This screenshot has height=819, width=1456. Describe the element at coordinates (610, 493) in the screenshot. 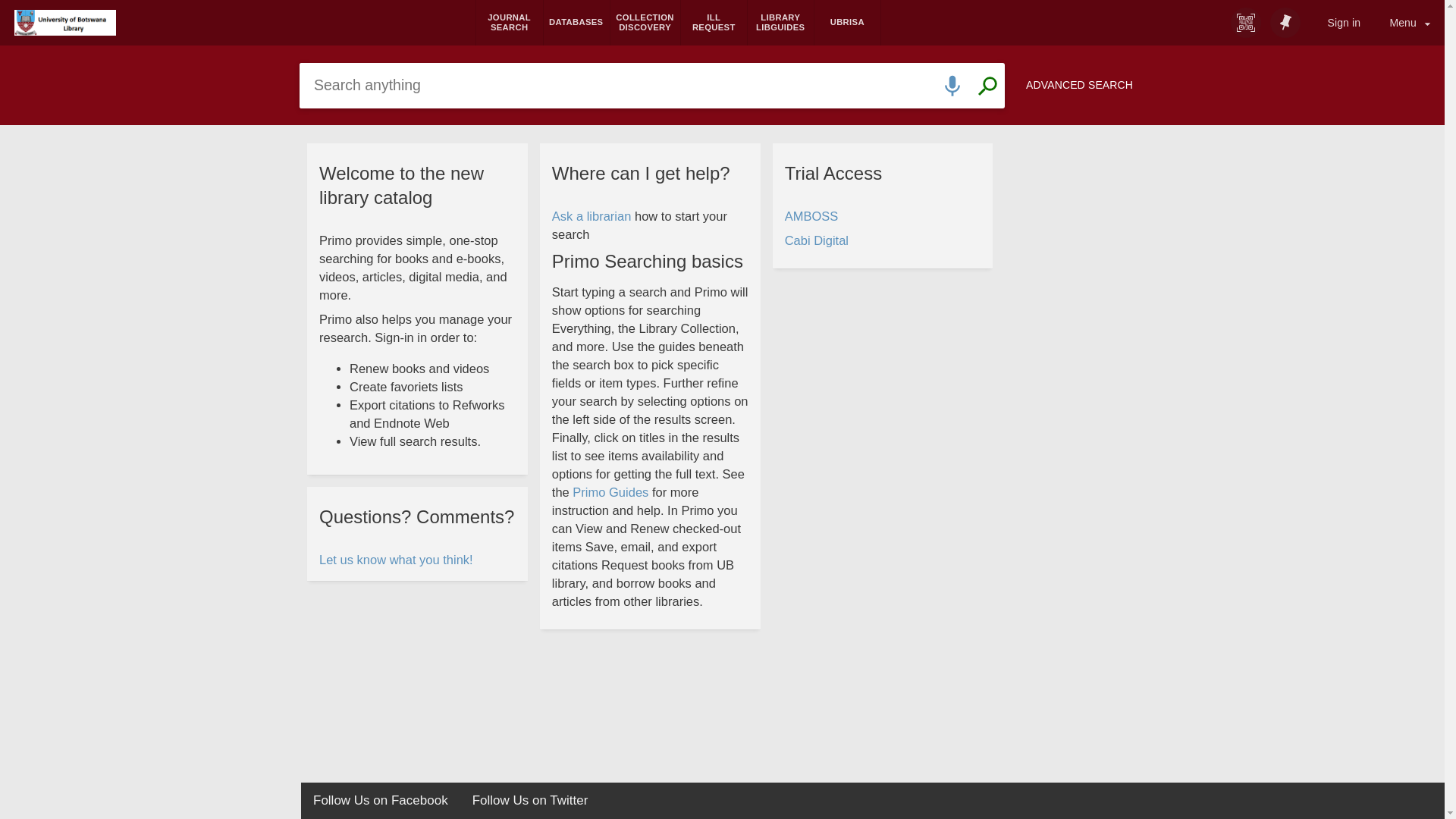

I see `'Primo Guides'` at that location.